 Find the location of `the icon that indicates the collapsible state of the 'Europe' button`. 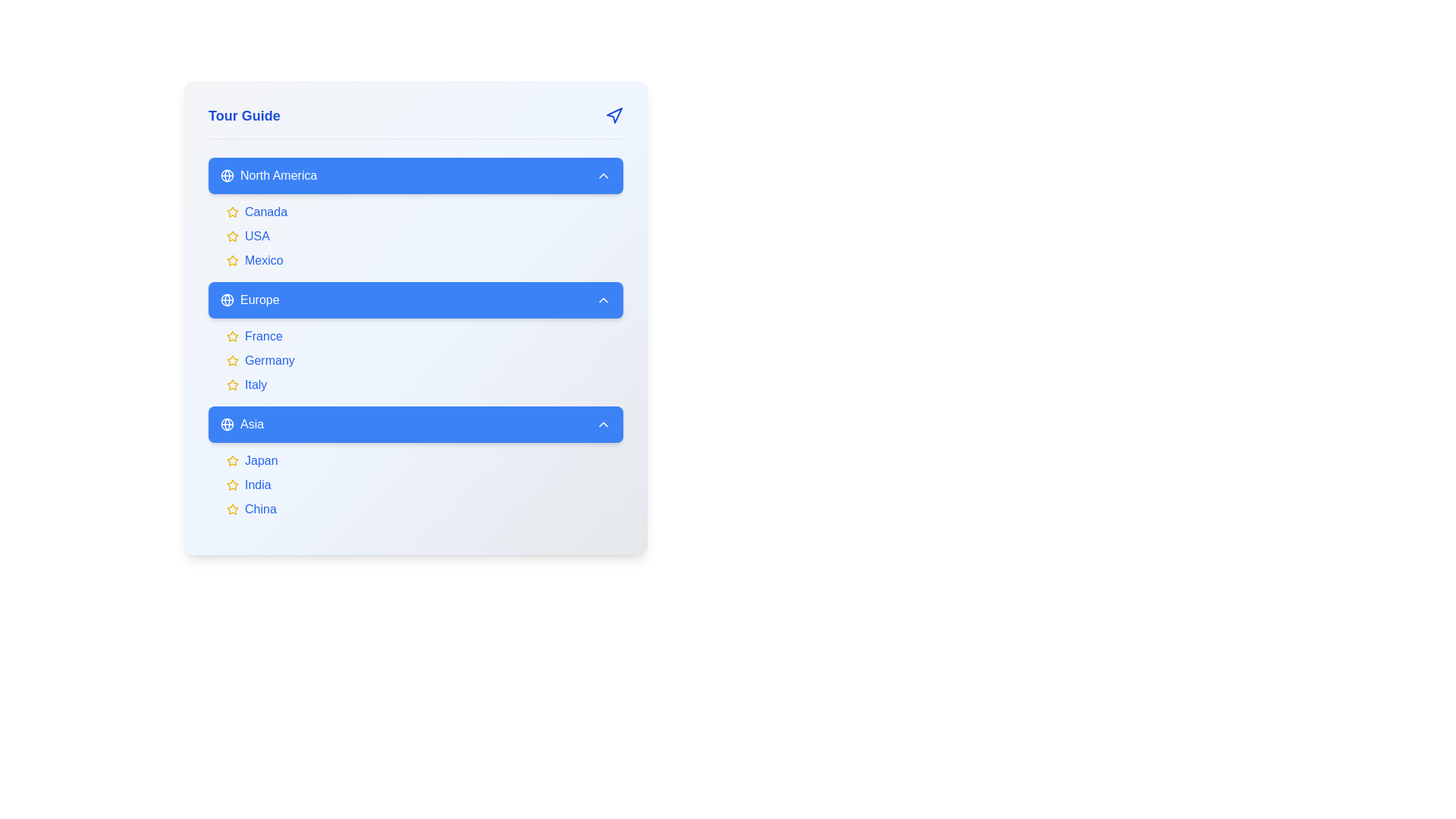

the icon that indicates the collapsible state of the 'Europe' button is located at coordinates (603, 300).